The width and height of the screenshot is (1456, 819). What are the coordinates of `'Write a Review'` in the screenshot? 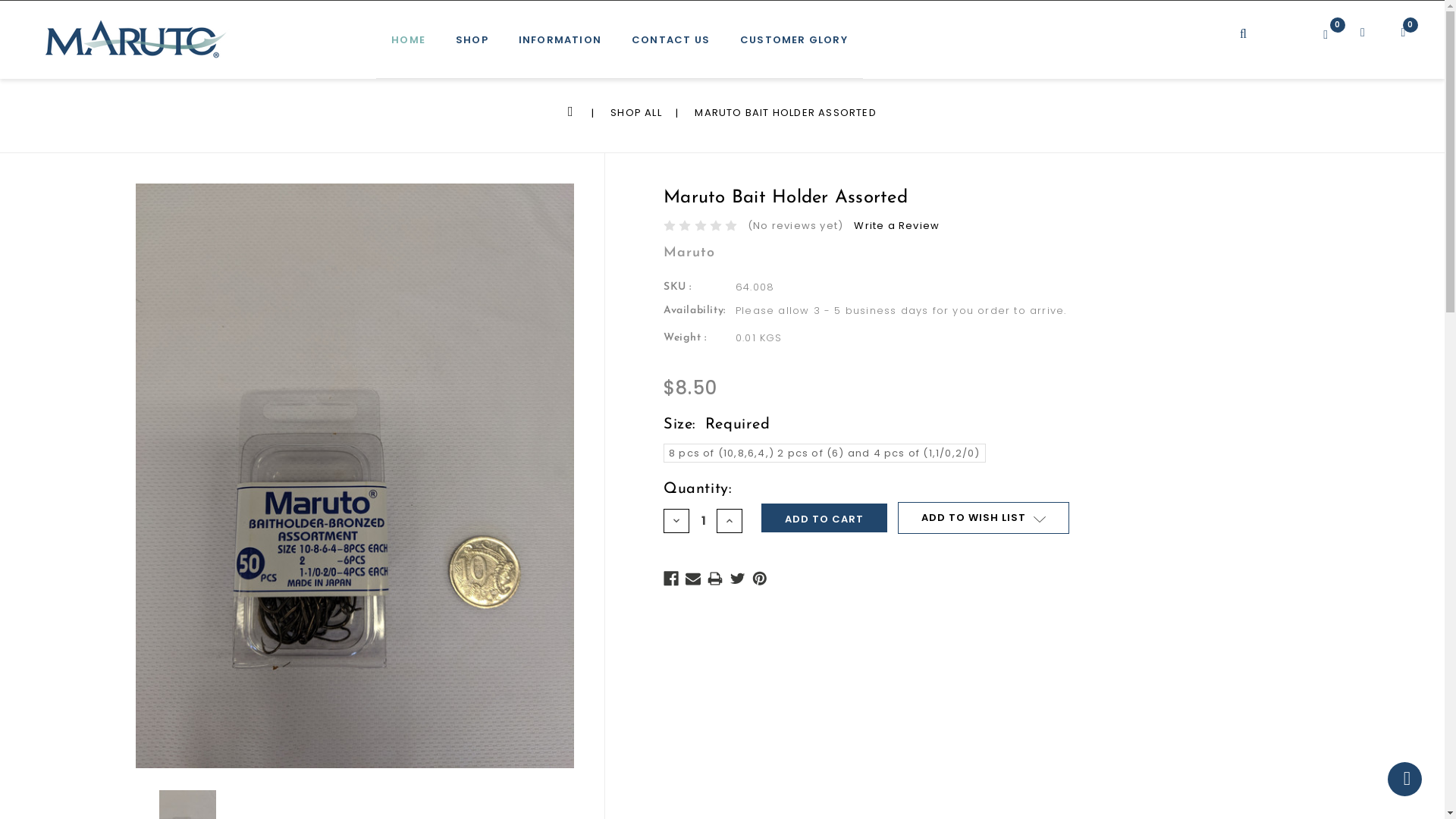 It's located at (896, 225).